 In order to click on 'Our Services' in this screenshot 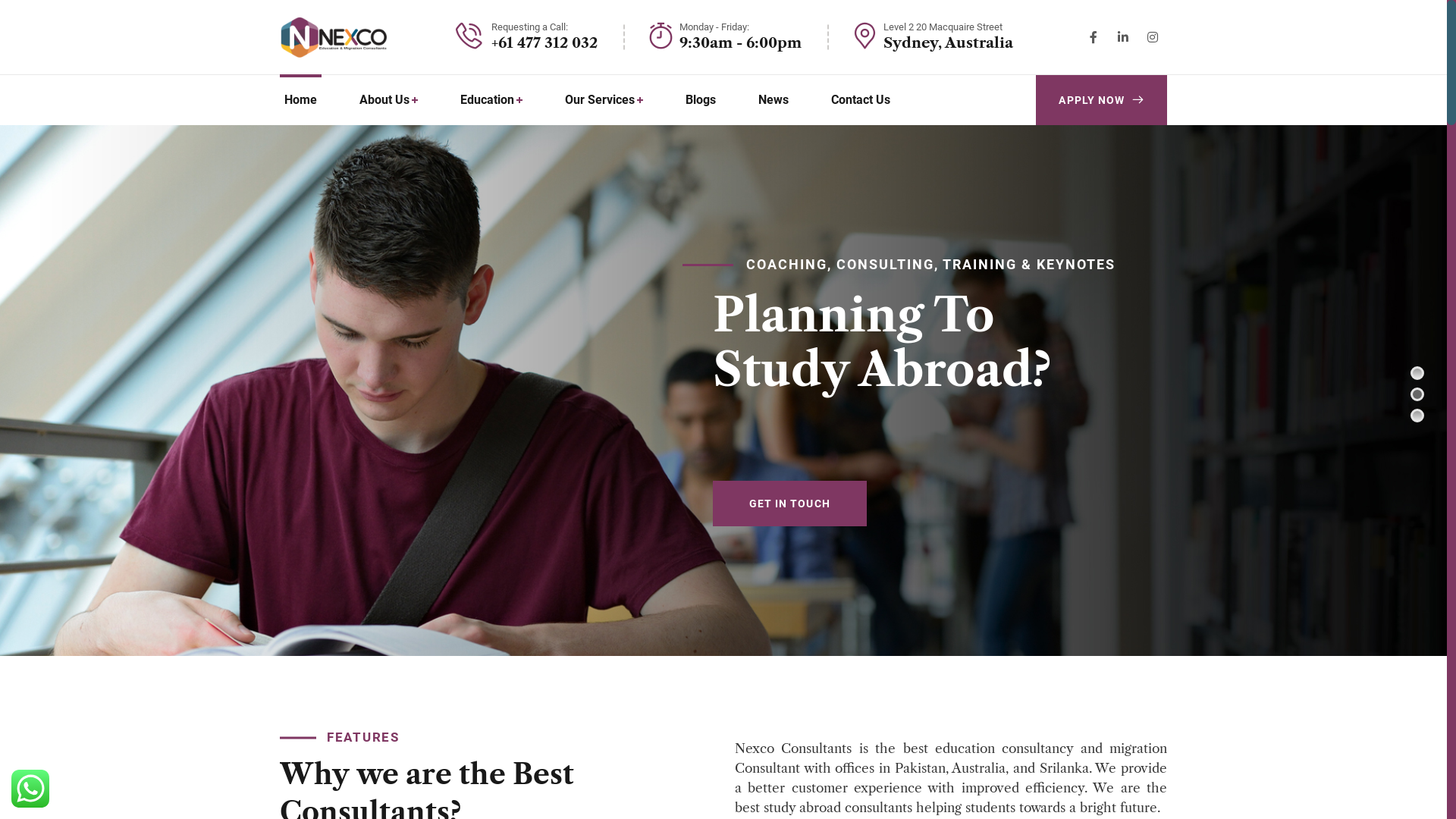, I will do `click(603, 99)`.